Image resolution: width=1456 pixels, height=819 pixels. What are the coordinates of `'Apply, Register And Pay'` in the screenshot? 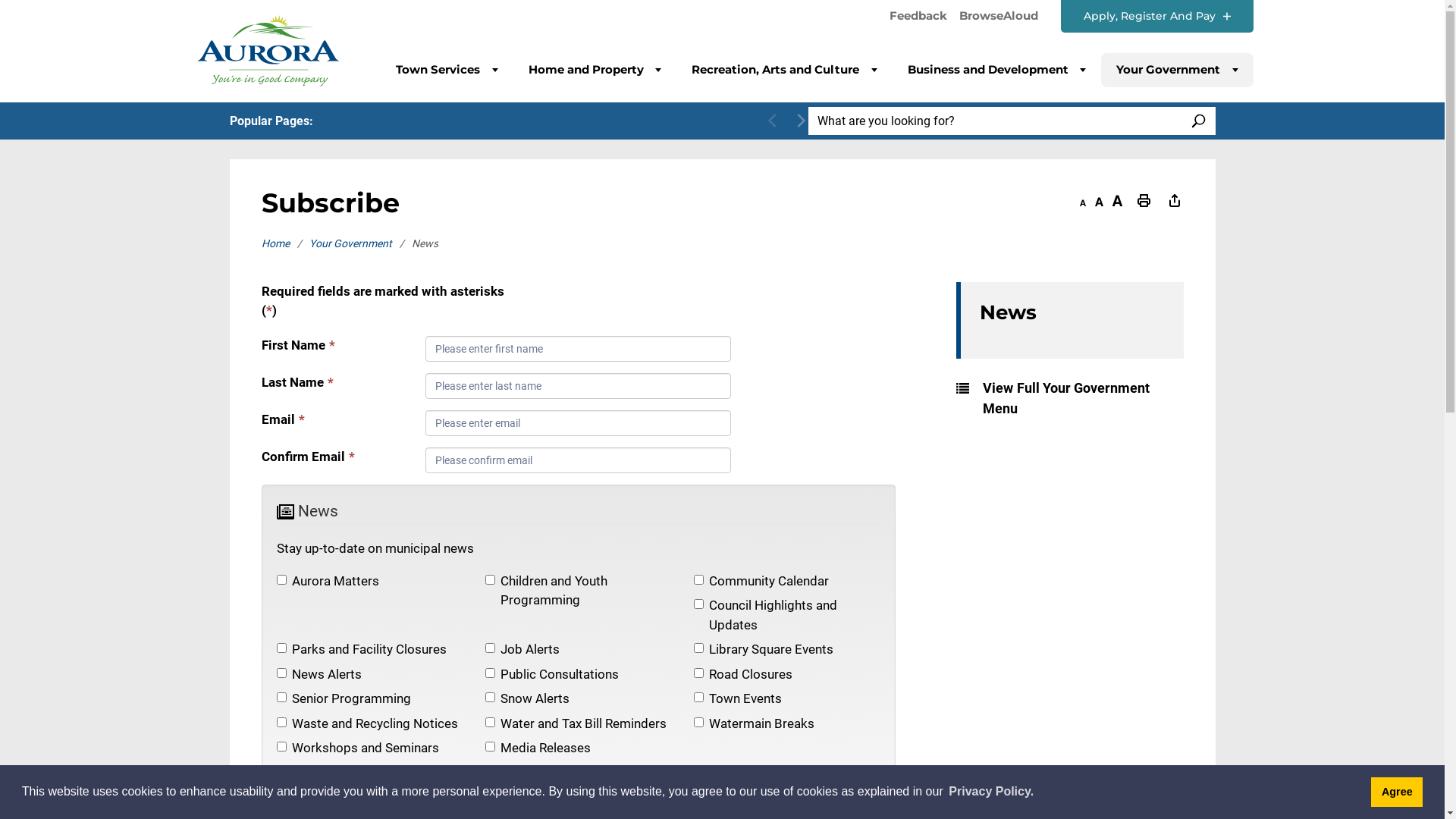 It's located at (1156, 16).